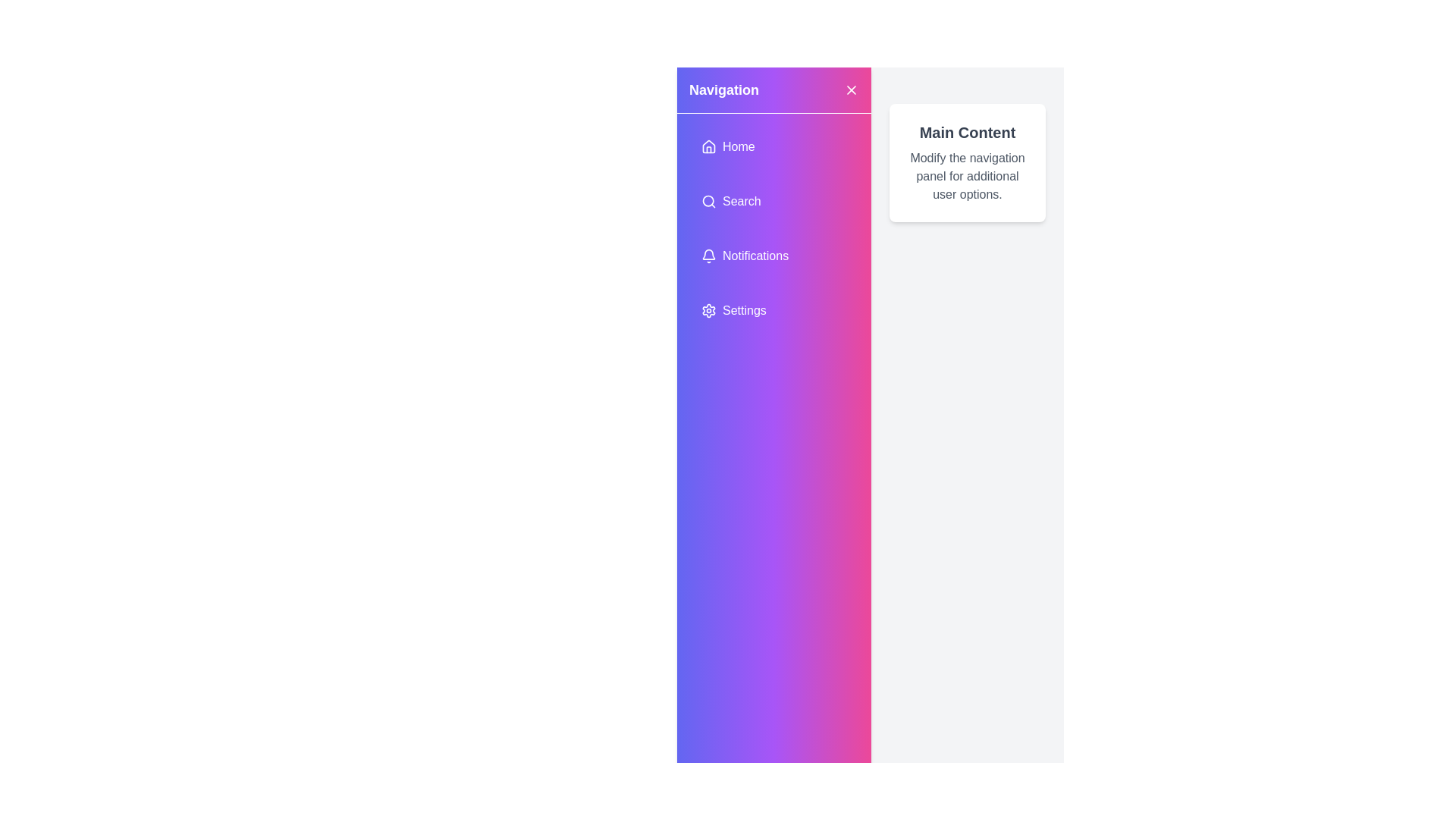  I want to click on the 'Notifications' icon in the left vertical navigation bar, so click(708, 253).